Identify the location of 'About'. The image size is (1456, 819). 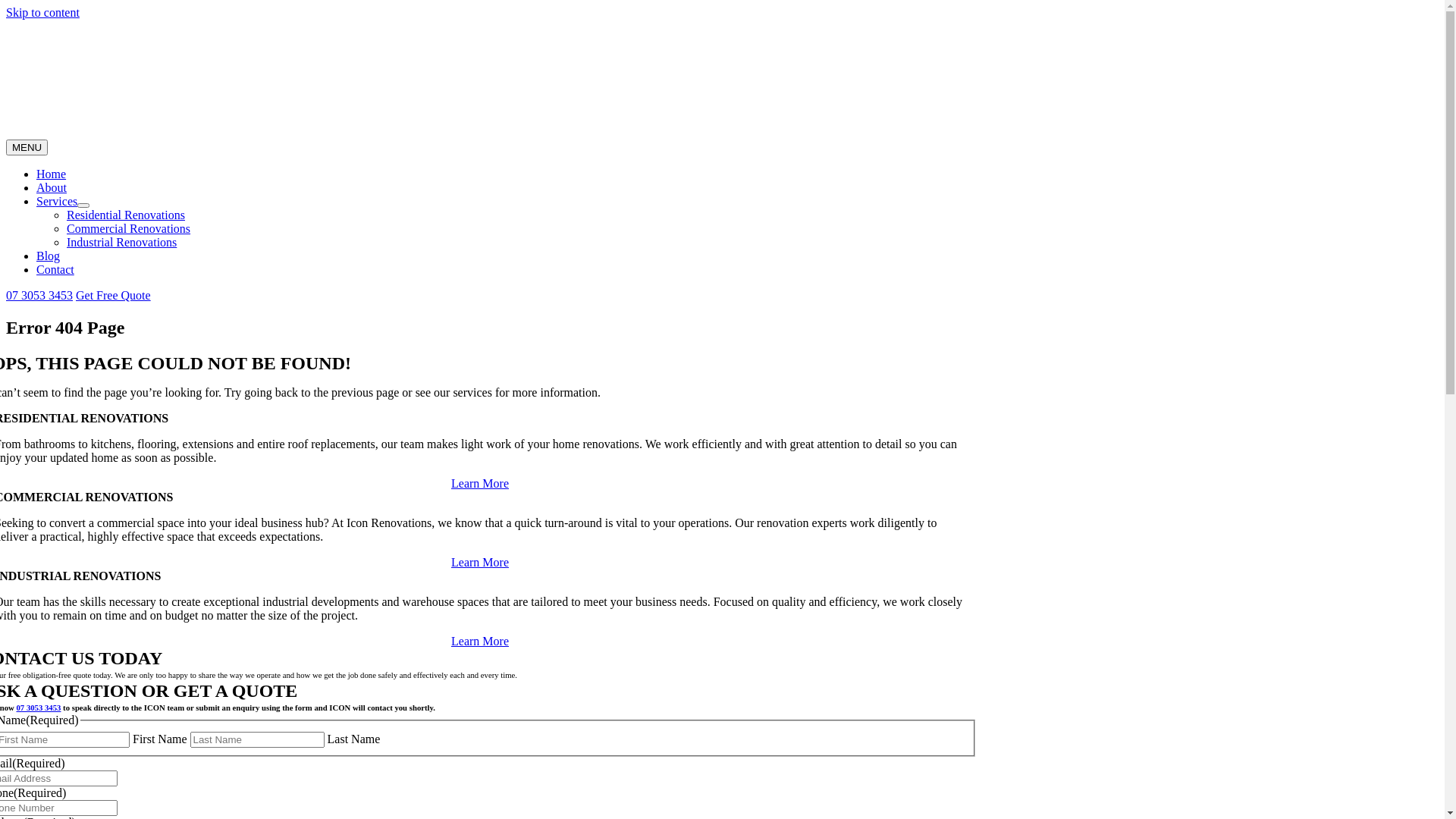
(51, 187).